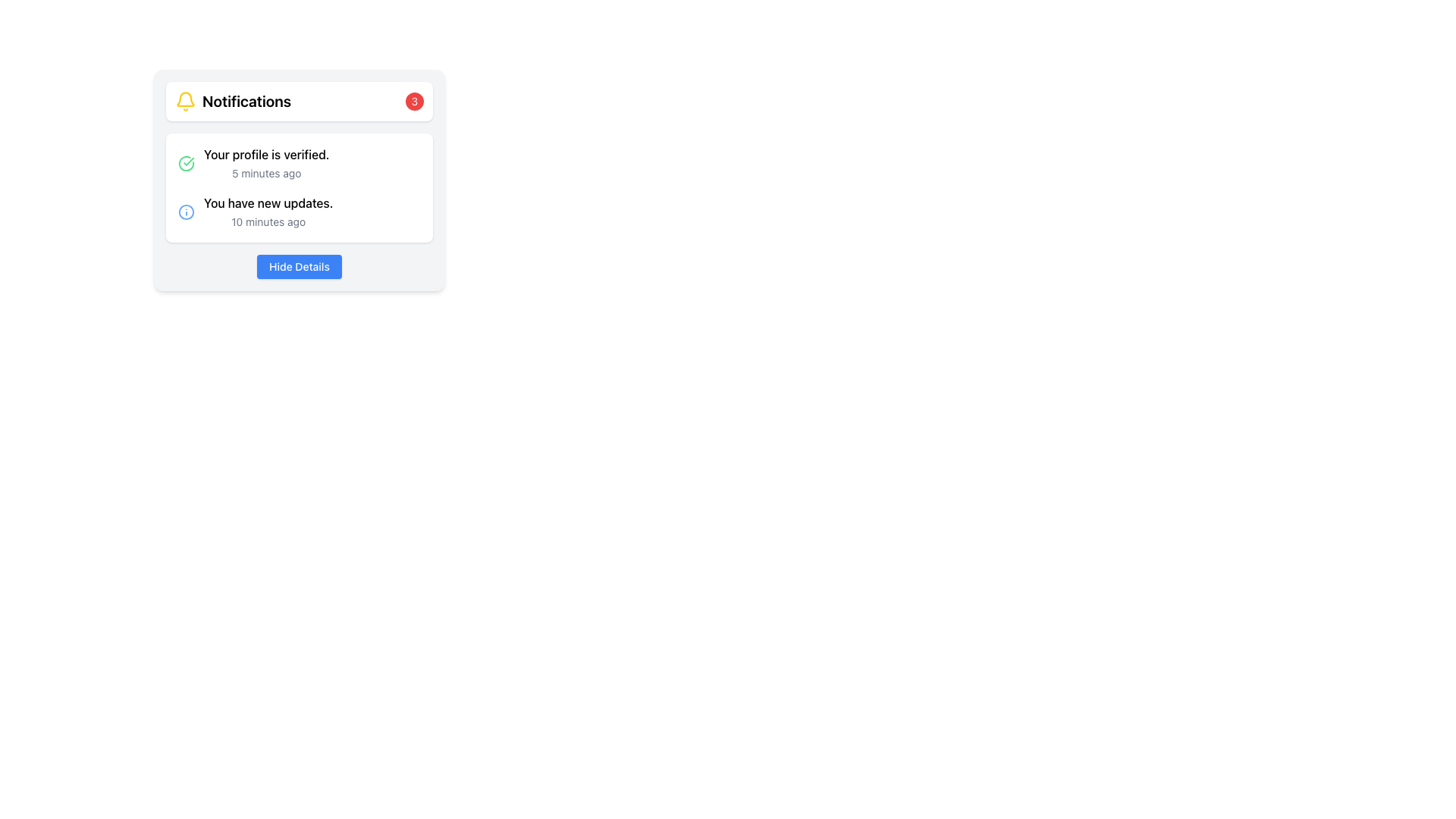  Describe the element at coordinates (185, 212) in the screenshot. I see `the circular icon with a blue outline and centered dot, located to the immediate left of the text 'You have new updates.'` at that location.